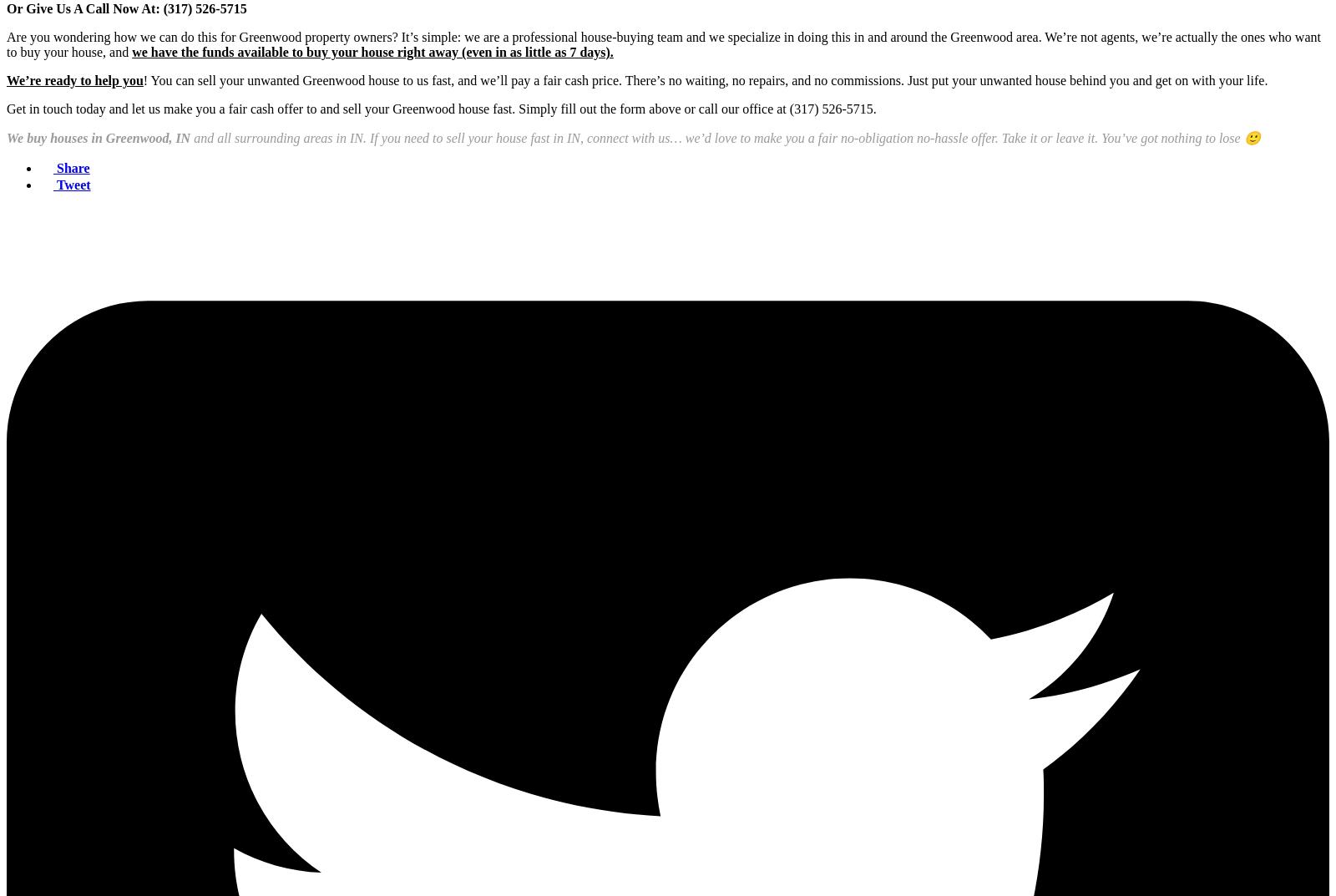  I want to click on 'and all surrounding areas in IN. If you need to sell your house fast in IN, connect with us… we’d love to make you a fair no-obligation no-hassle offer. Take it or leave it. You’ve got nothing to lose 🙂', so click(724, 137).